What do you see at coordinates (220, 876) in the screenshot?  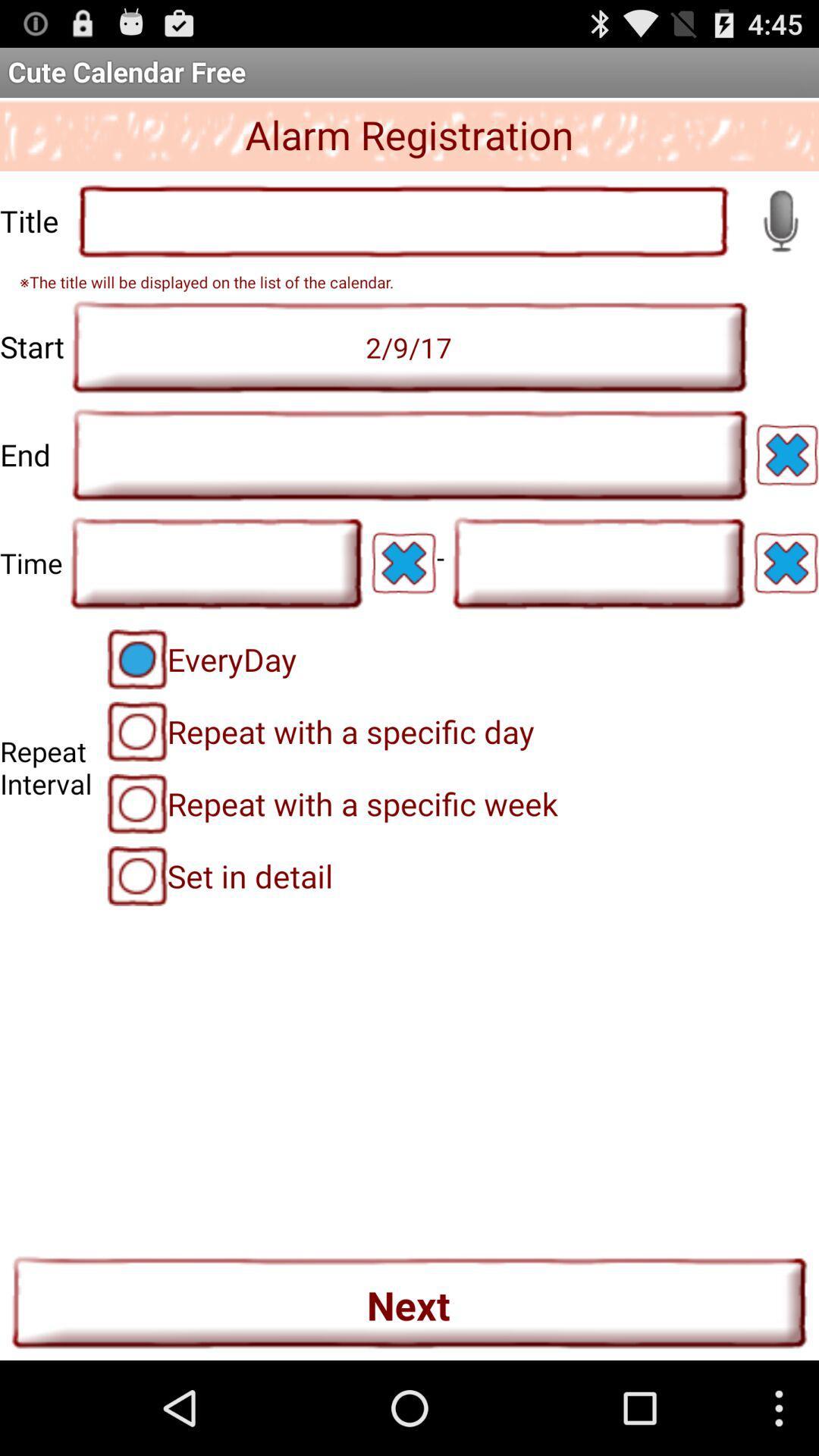 I see `the icon below repeat with a item` at bounding box center [220, 876].